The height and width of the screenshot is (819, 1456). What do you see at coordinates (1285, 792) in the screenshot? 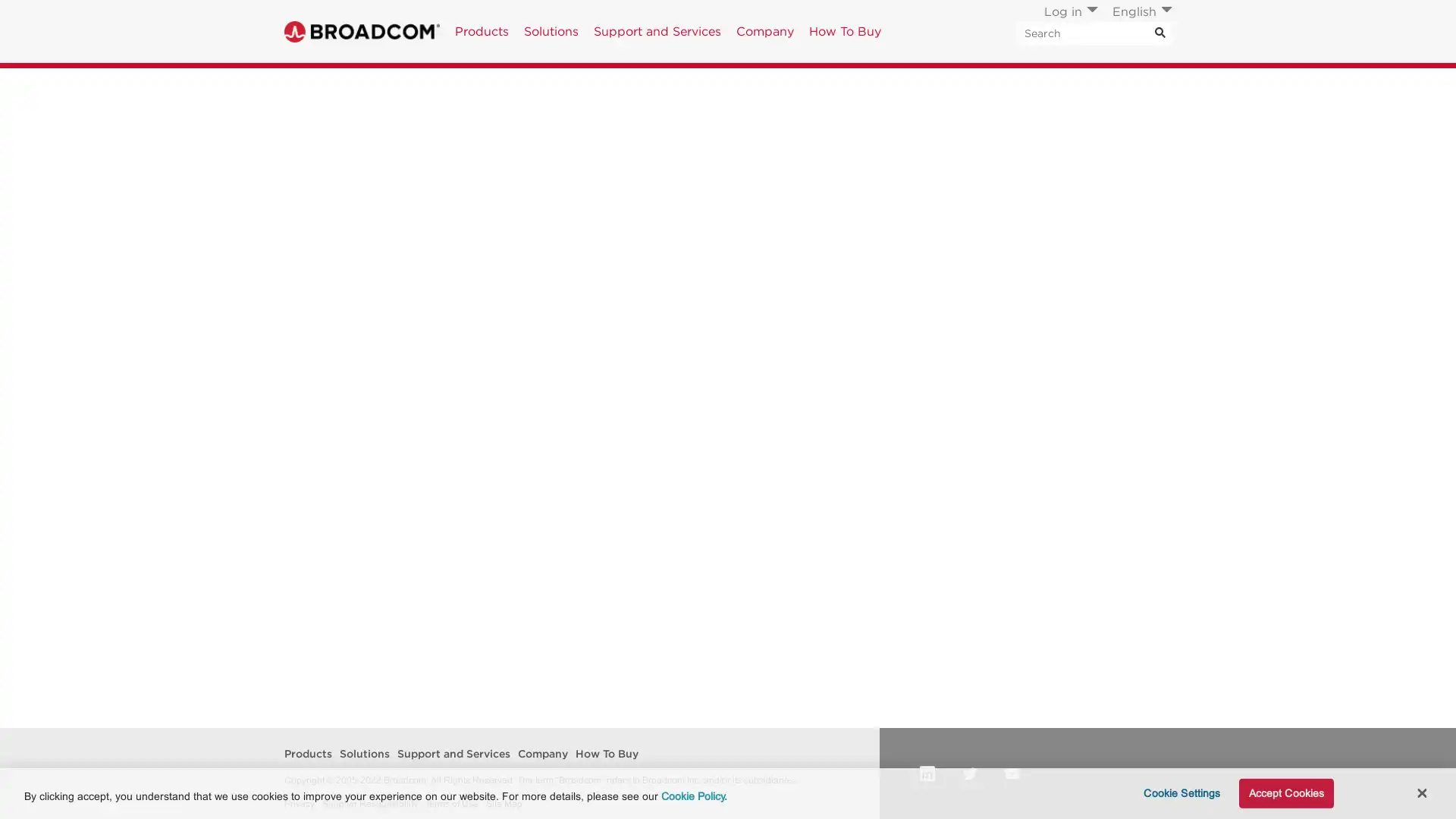
I see `Accept Cookies` at bounding box center [1285, 792].